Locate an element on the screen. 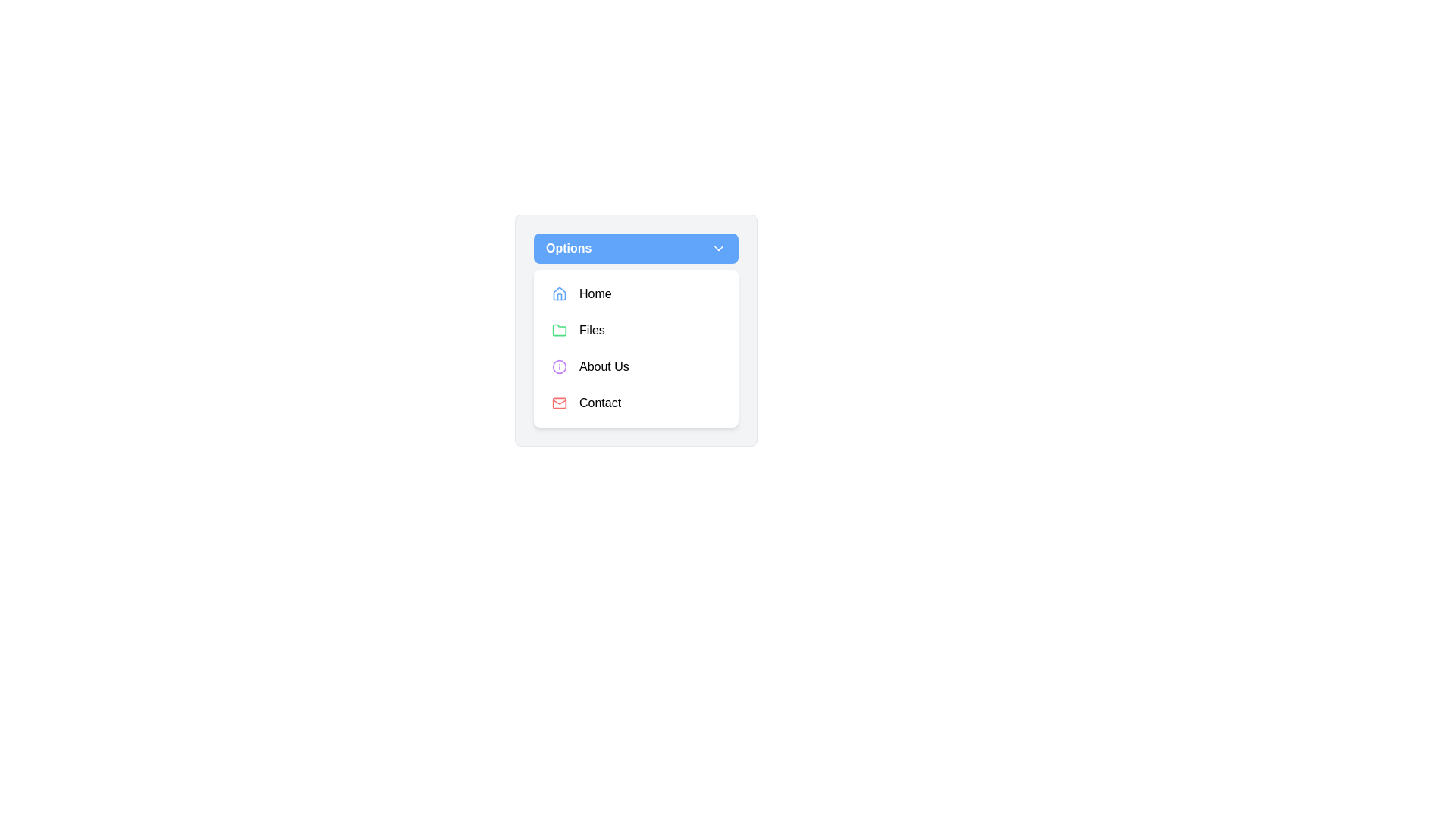 The height and width of the screenshot is (819, 1456). the circular purple icon with a hollow center and an information symbol inside, located to the left of the 'About Us' menu item in the dropdown list under 'Options' is located at coordinates (559, 366).